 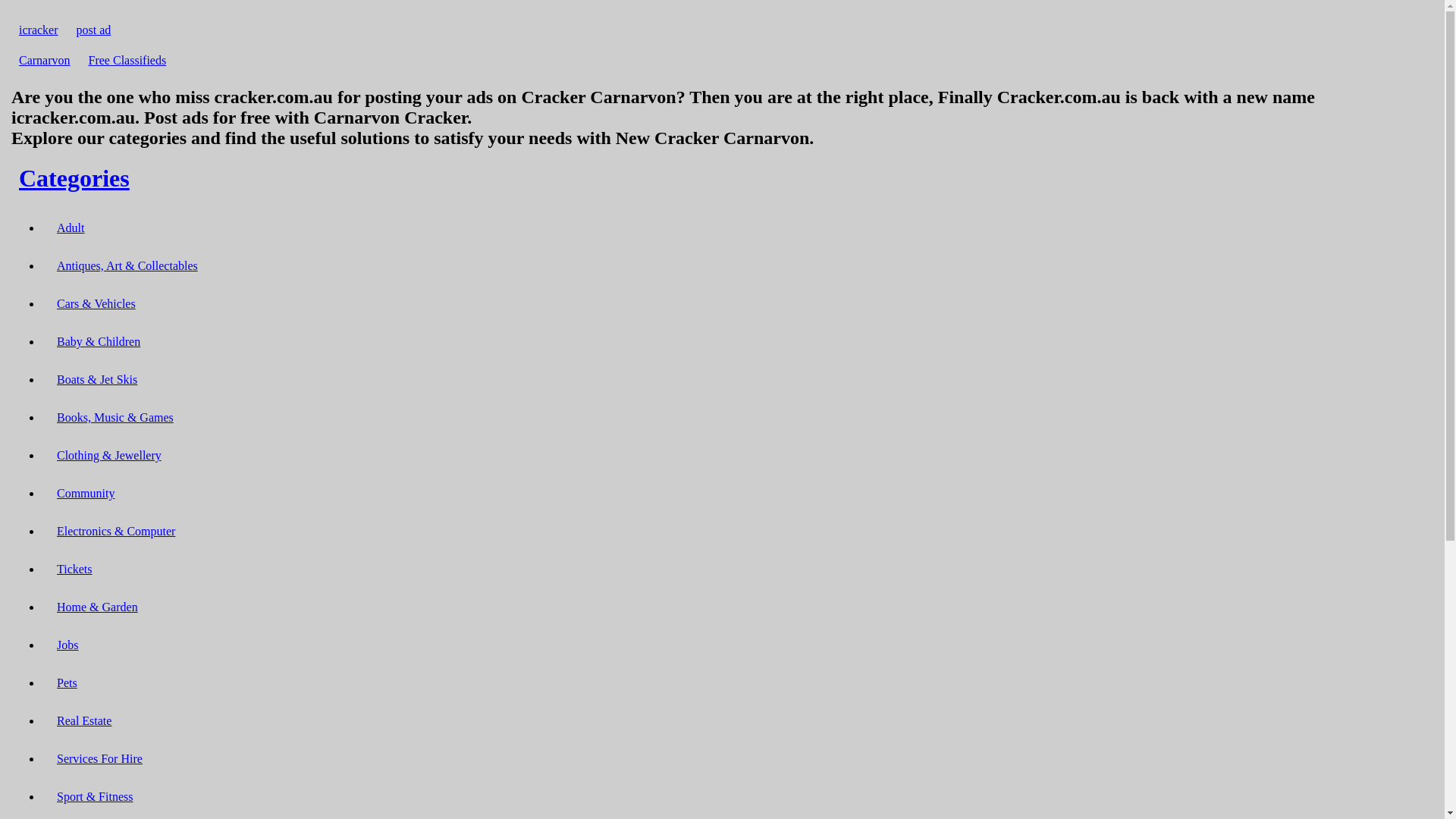 I want to click on 'Antiques, Art & Collectables', so click(x=127, y=265).